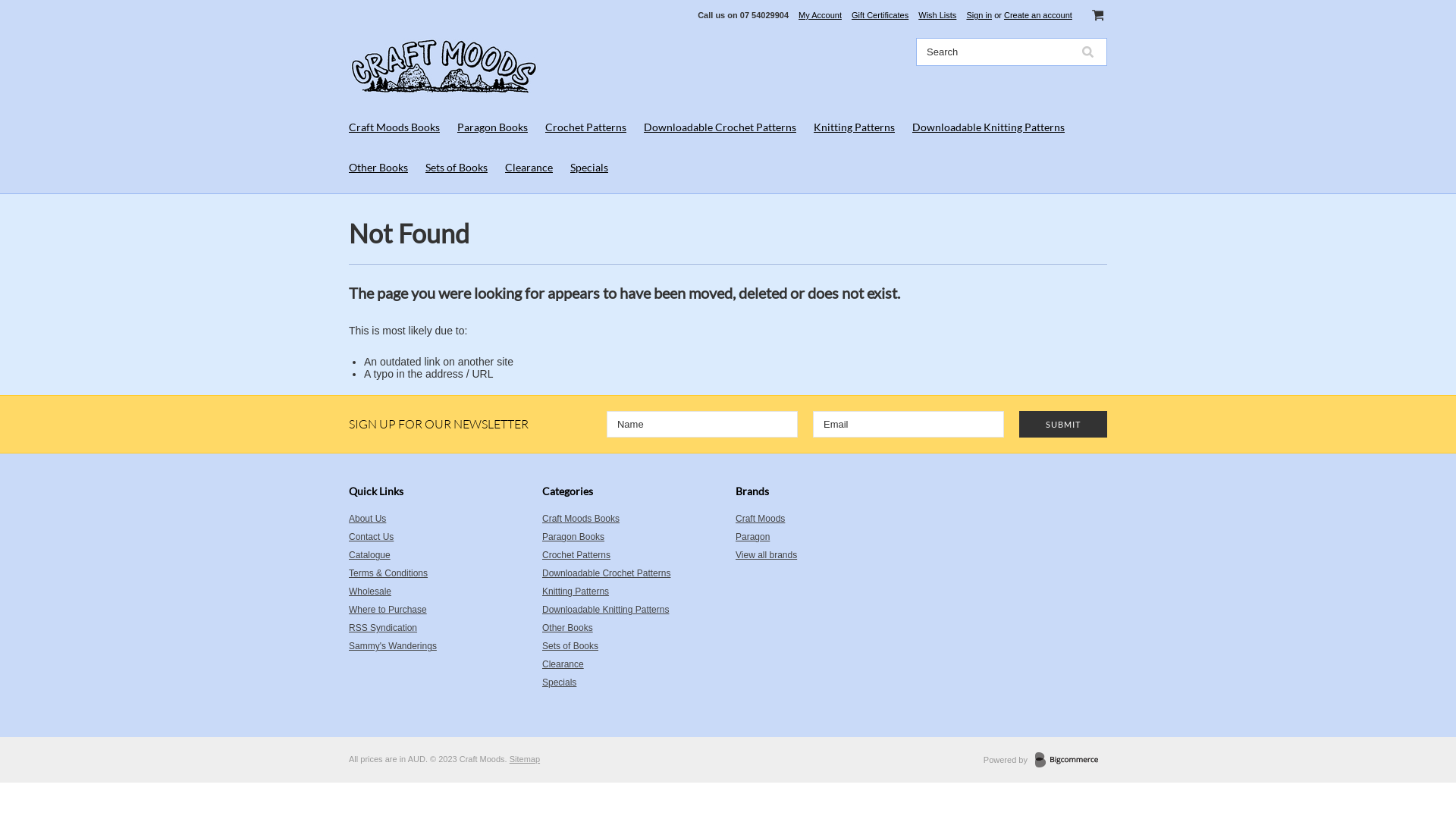 Image resolution: width=1456 pixels, height=819 pixels. What do you see at coordinates (455, 167) in the screenshot?
I see `'Sets of Books'` at bounding box center [455, 167].